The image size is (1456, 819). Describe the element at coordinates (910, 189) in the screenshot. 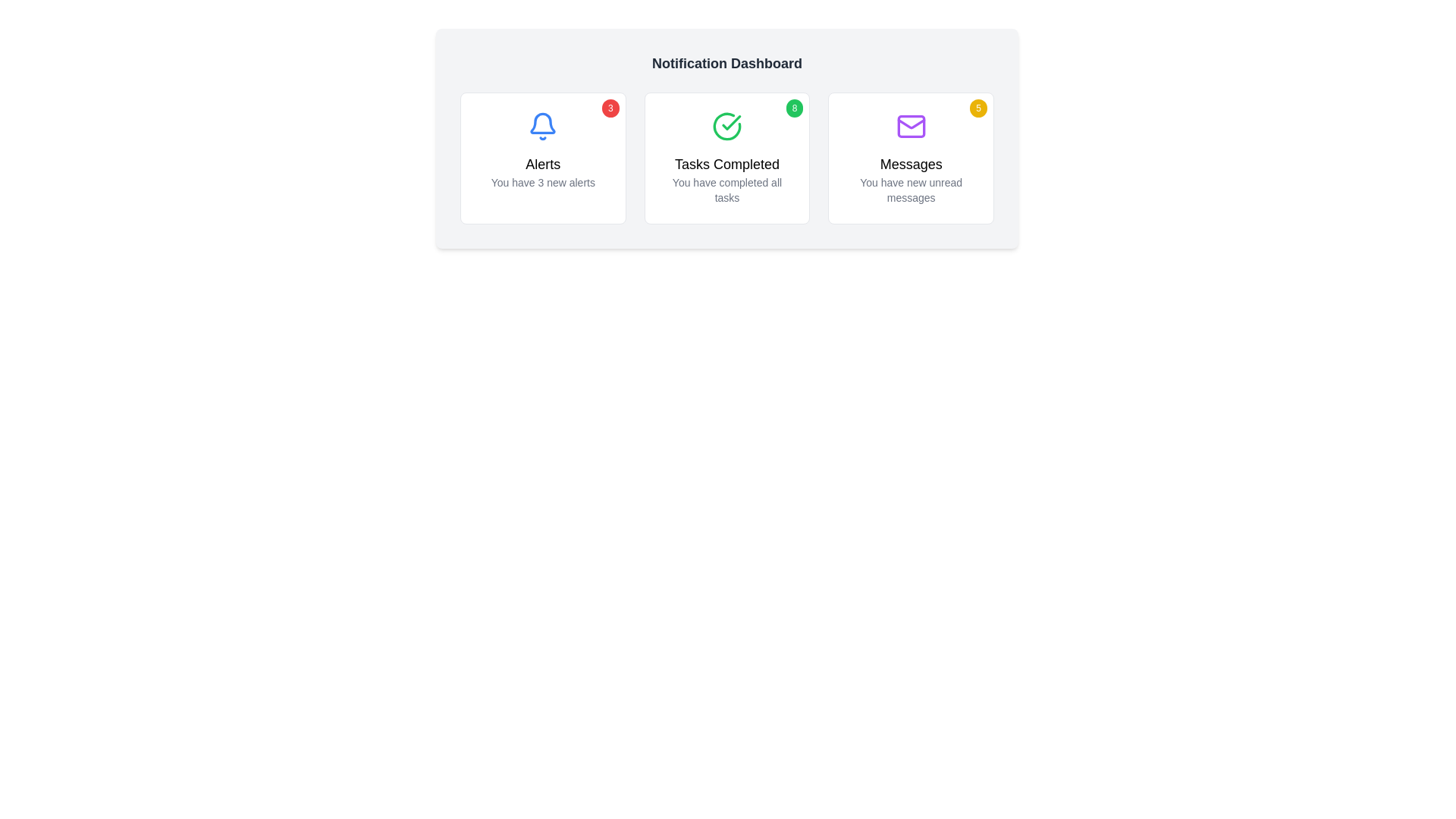

I see `the static text label that displays 'You have new unread messages', which is located beneath the title text 'Messages' within the 'Messages' card` at that location.